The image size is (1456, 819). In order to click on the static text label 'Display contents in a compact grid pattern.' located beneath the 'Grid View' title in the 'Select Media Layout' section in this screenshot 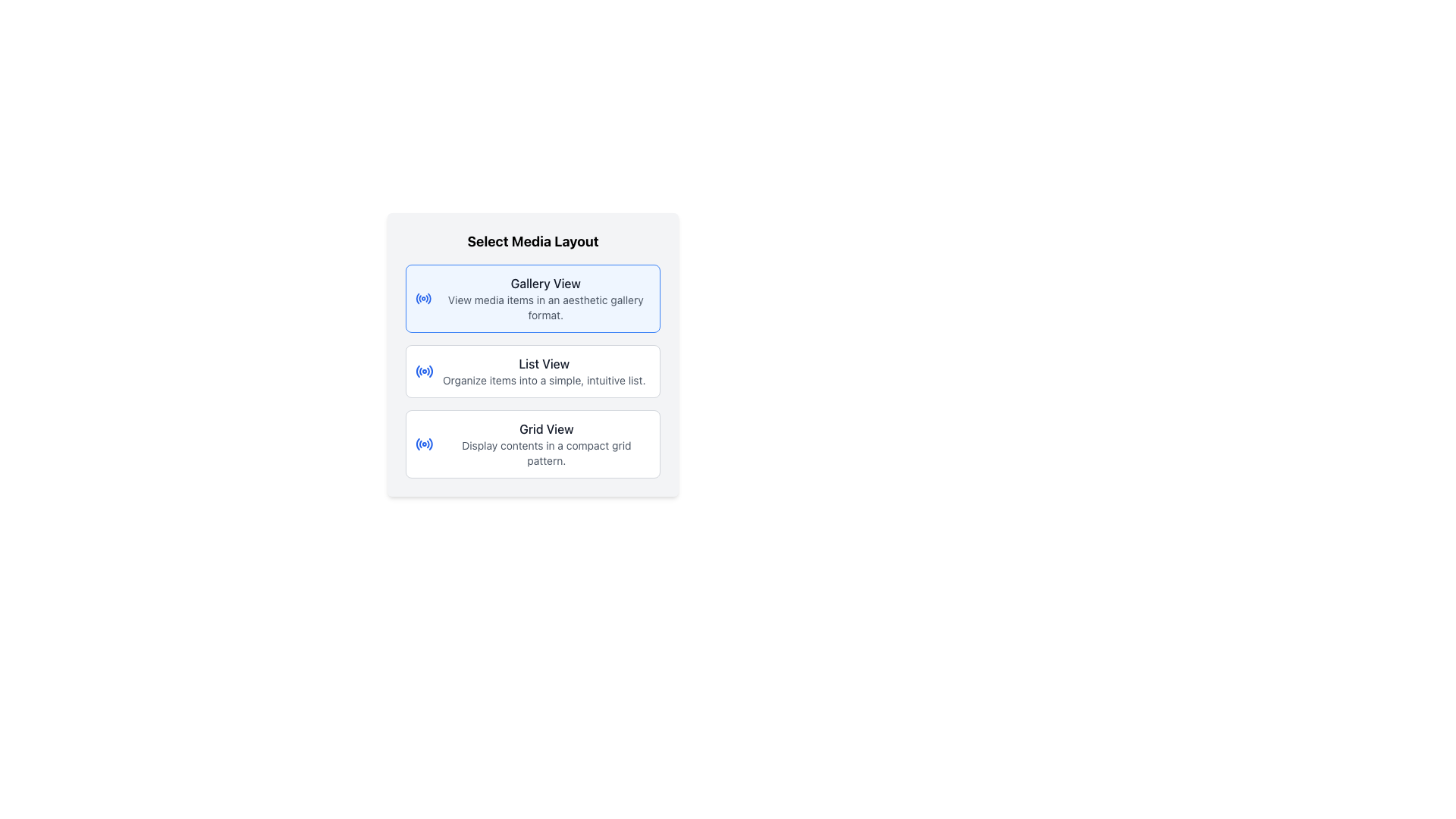, I will do `click(546, 452)`.